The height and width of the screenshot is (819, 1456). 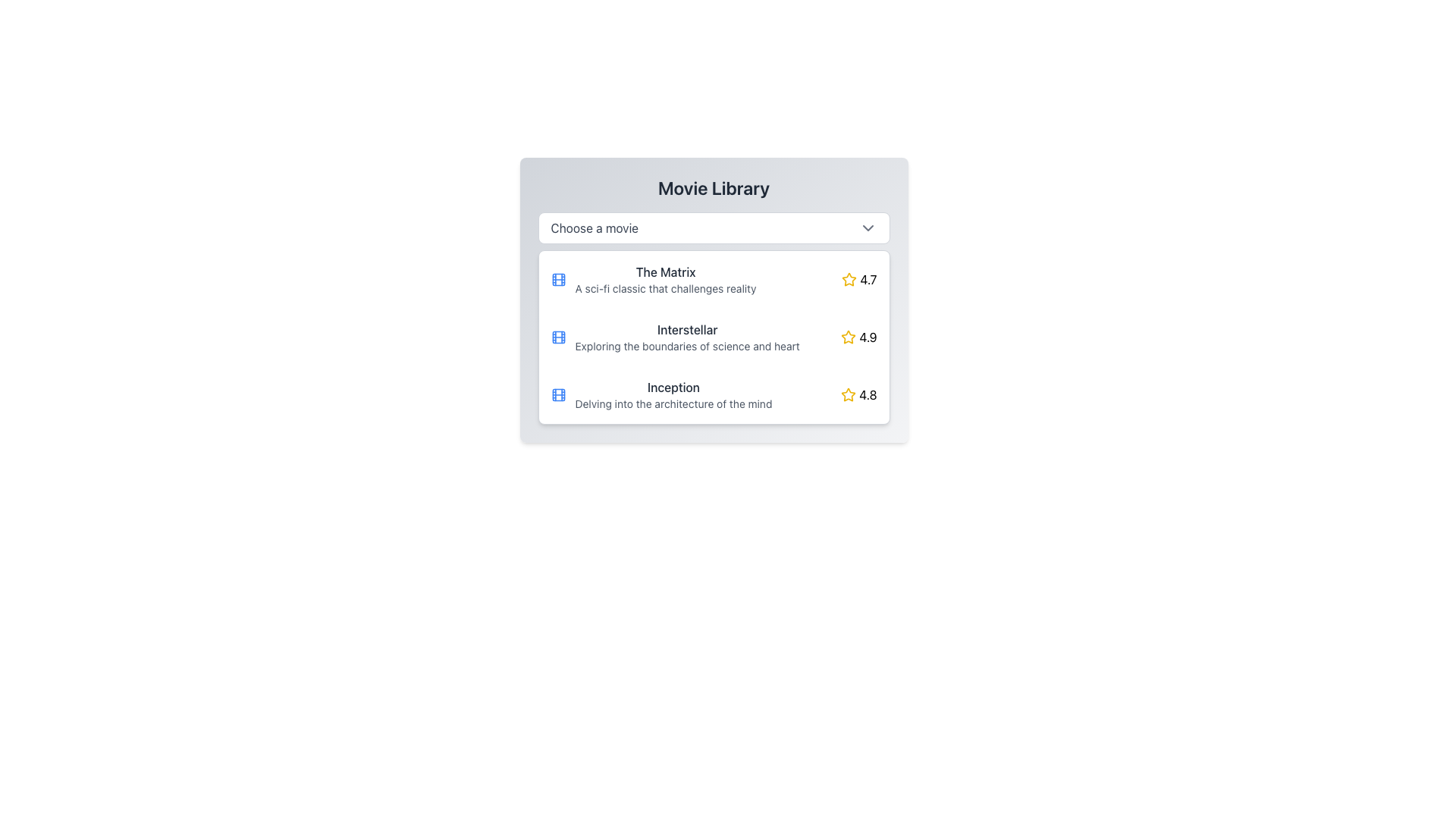 What do you see at coordinates (673, 394) in the screenshot?
I see `text display titled 'Inception' with the description 'Delving into the architecture of the mind' located within the Movie Library card` at bounding box center [673, 394].